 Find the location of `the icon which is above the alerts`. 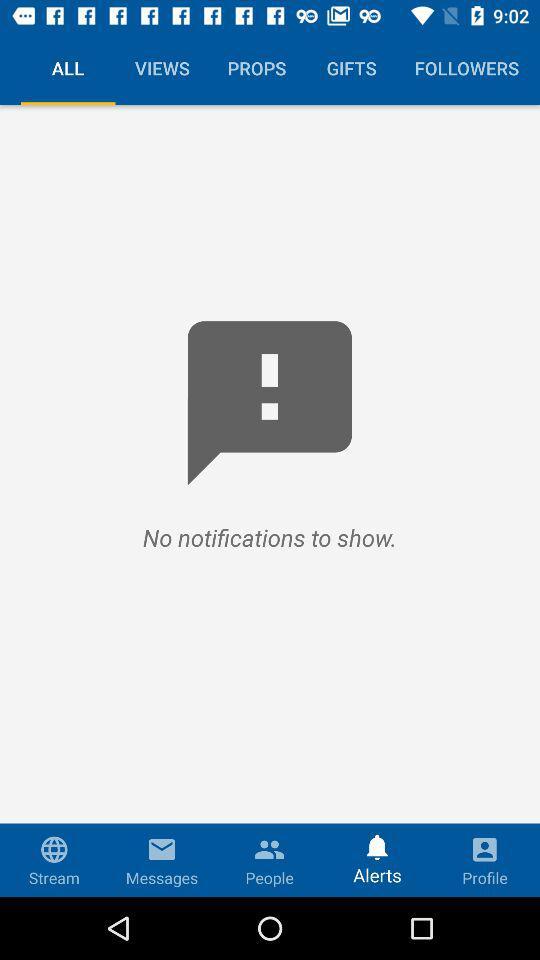

the icon which is above the alerts is located at coordinates (377, 842).